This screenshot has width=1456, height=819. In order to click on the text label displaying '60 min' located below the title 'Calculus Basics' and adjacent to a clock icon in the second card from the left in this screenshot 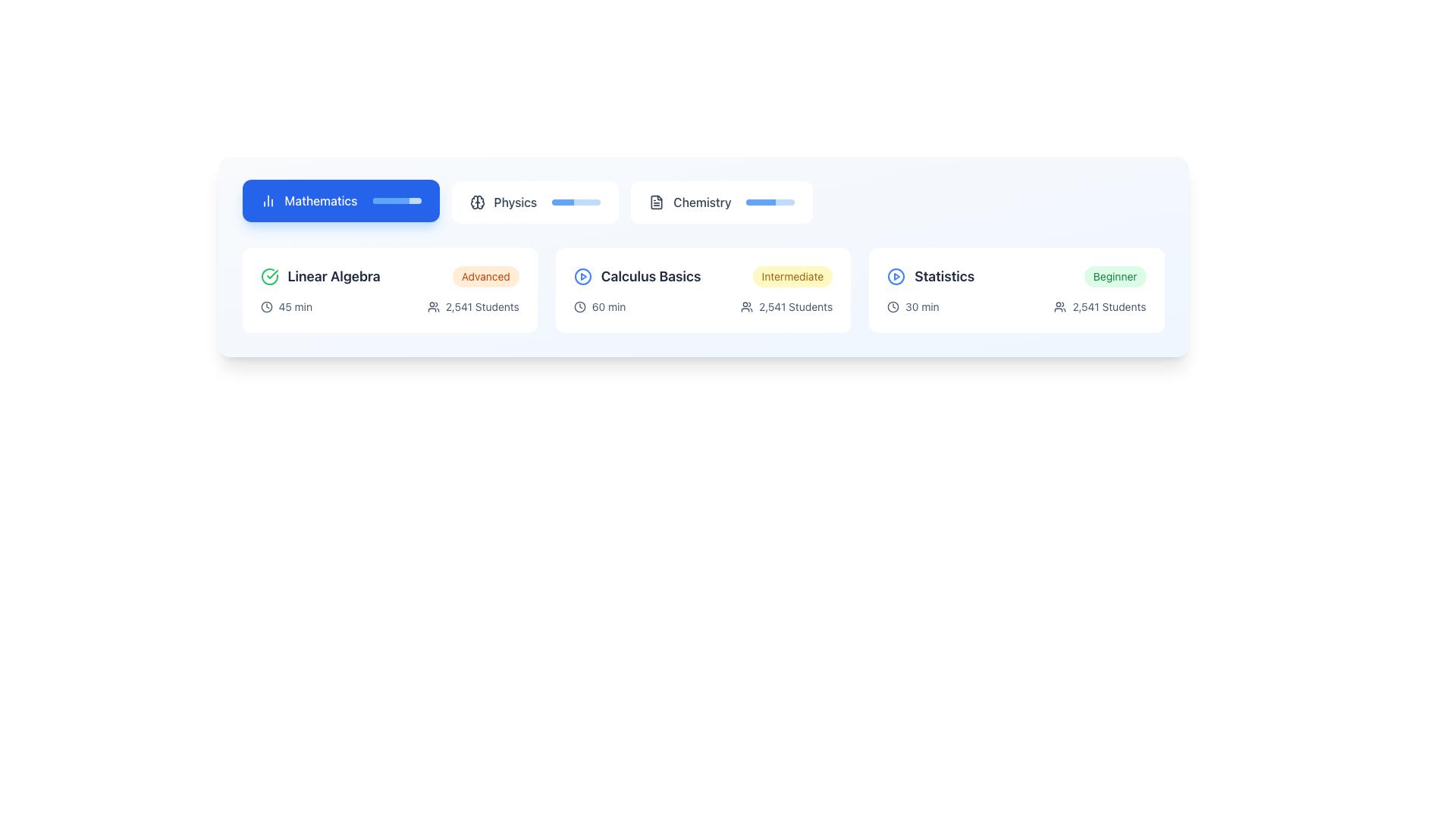, I will do `click(609, 307)`.